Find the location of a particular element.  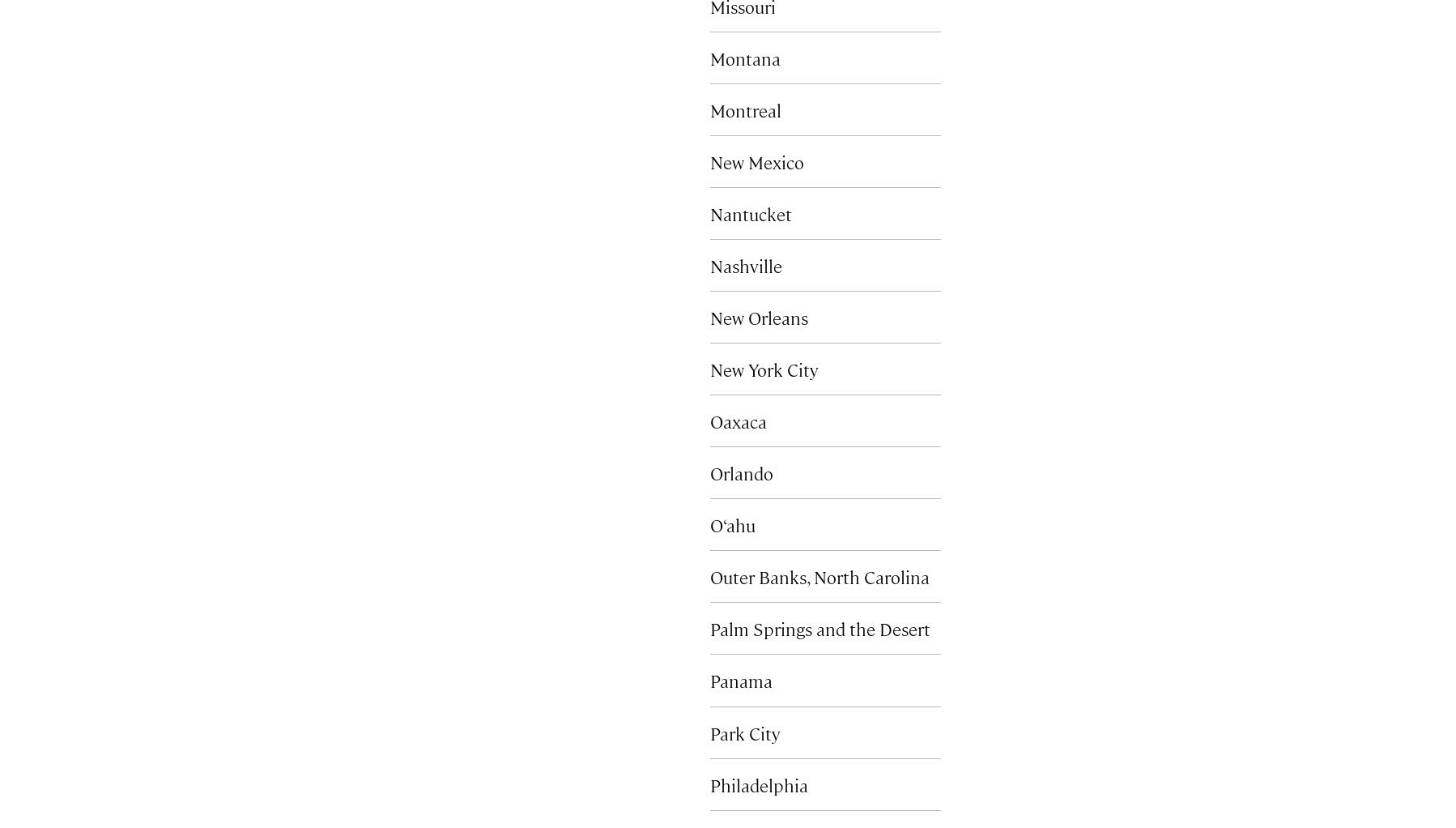

'Outer Banks, North Carolina' is located at coordinates (819, 576).